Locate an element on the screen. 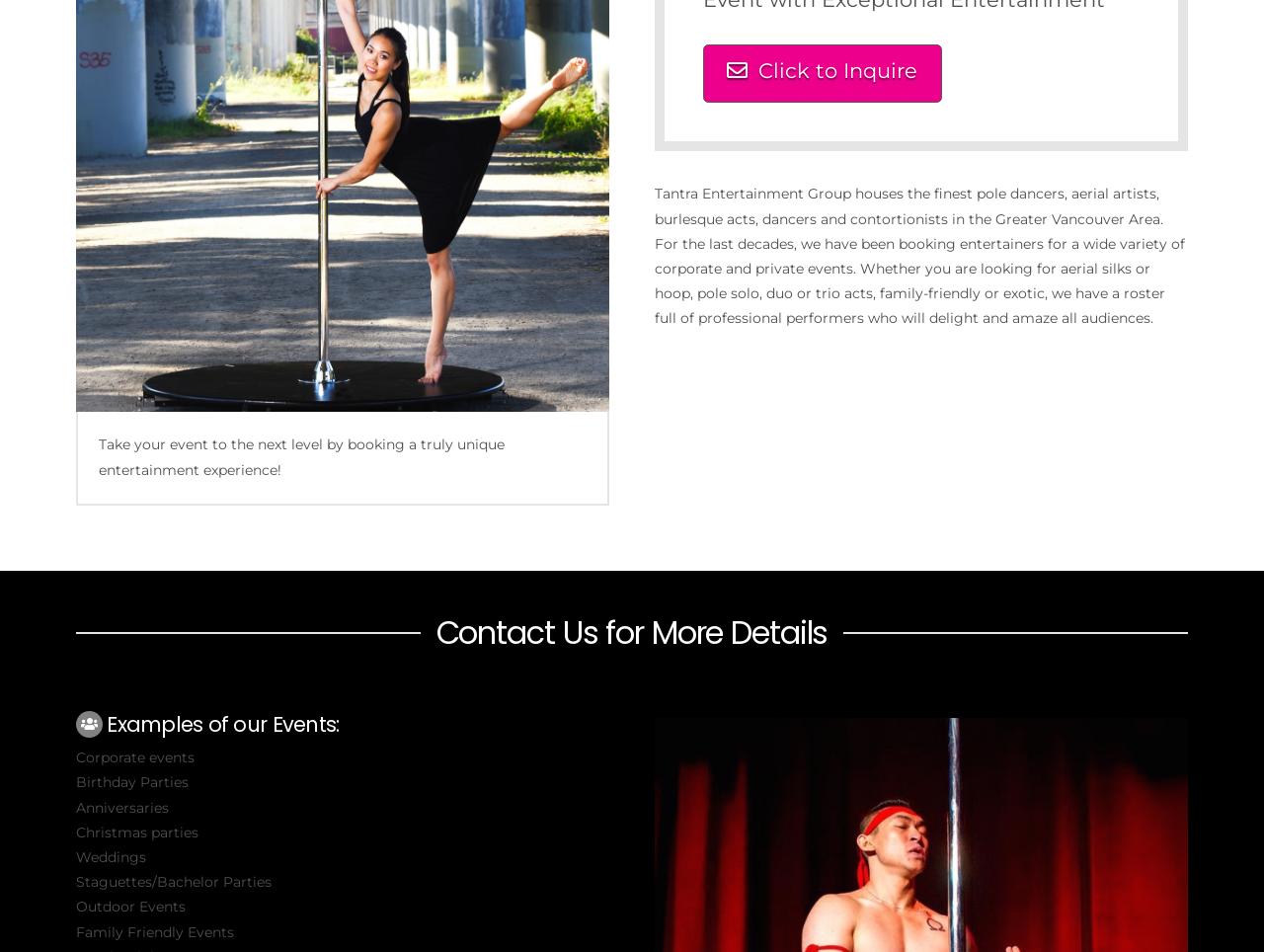 Image resolution: width=1264 pixels, height=952 pixels. 'Staguettes/Bachelor Parties' is located at coordinates (172, 880).